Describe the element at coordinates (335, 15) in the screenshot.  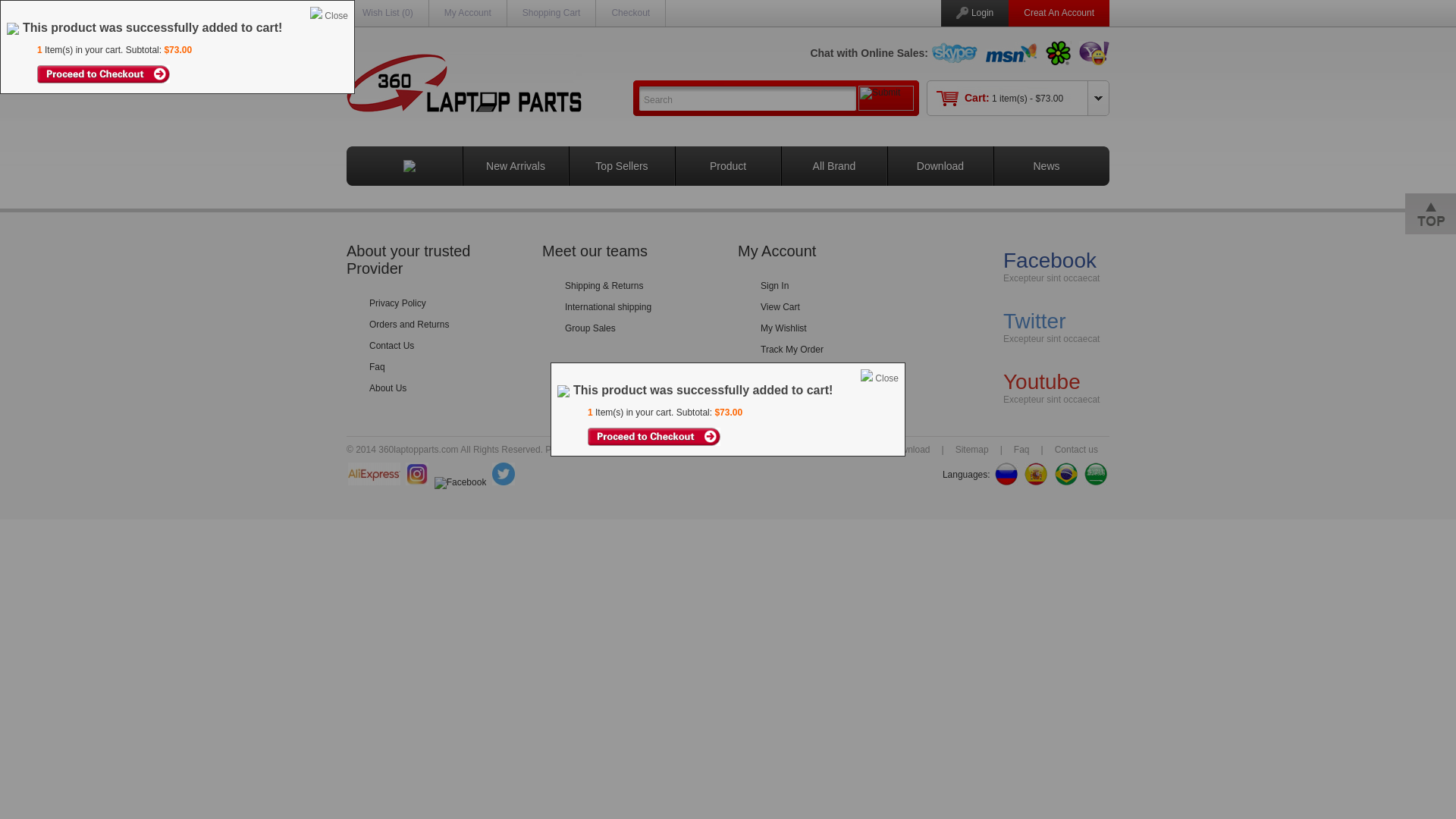
I see `'Close'` at that location.